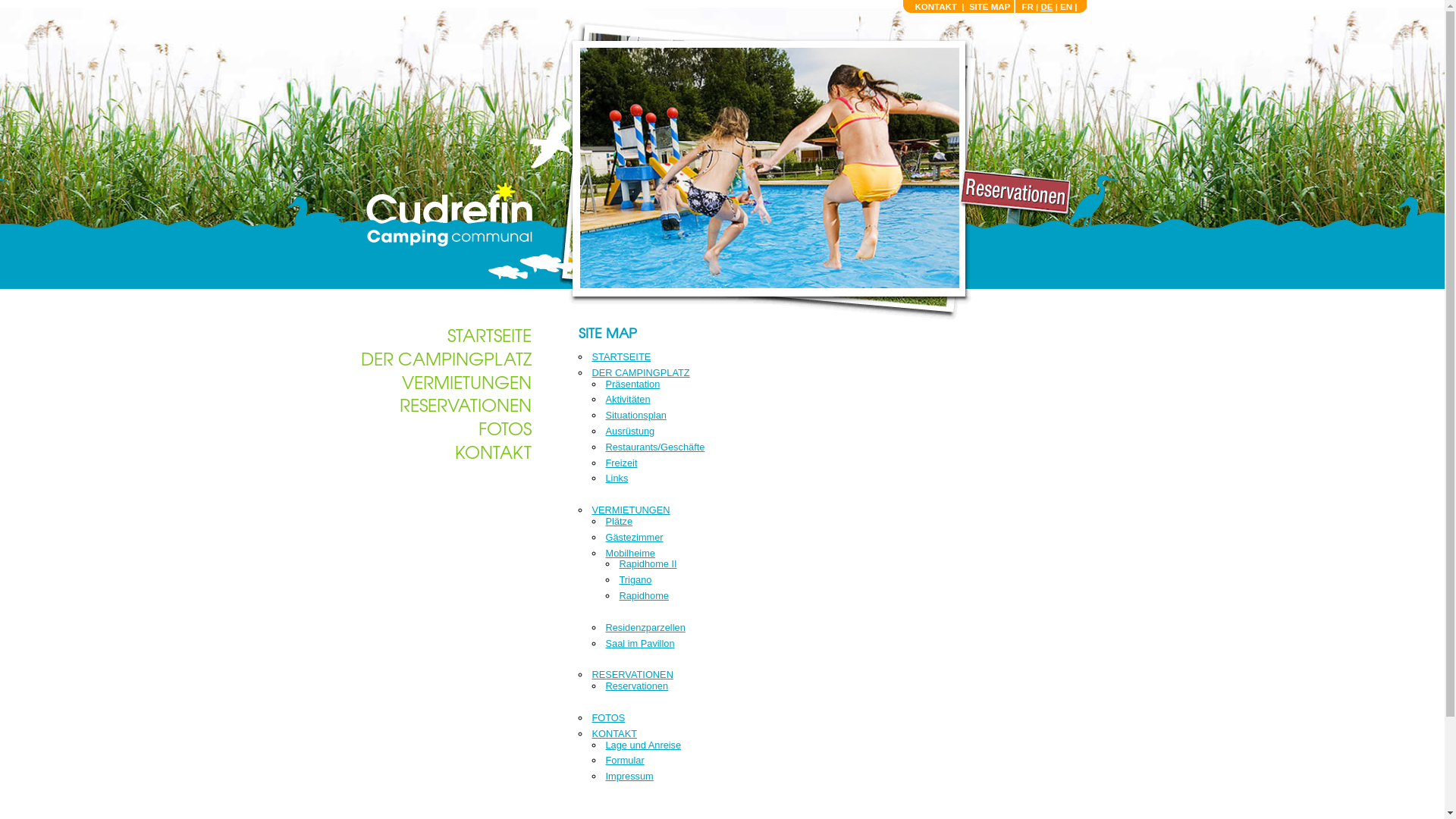 The width and height of the screenshot is (1456, 819). Describe the element at coordinates (616, 478) in the screenshot. I see `'Links'` at that location.